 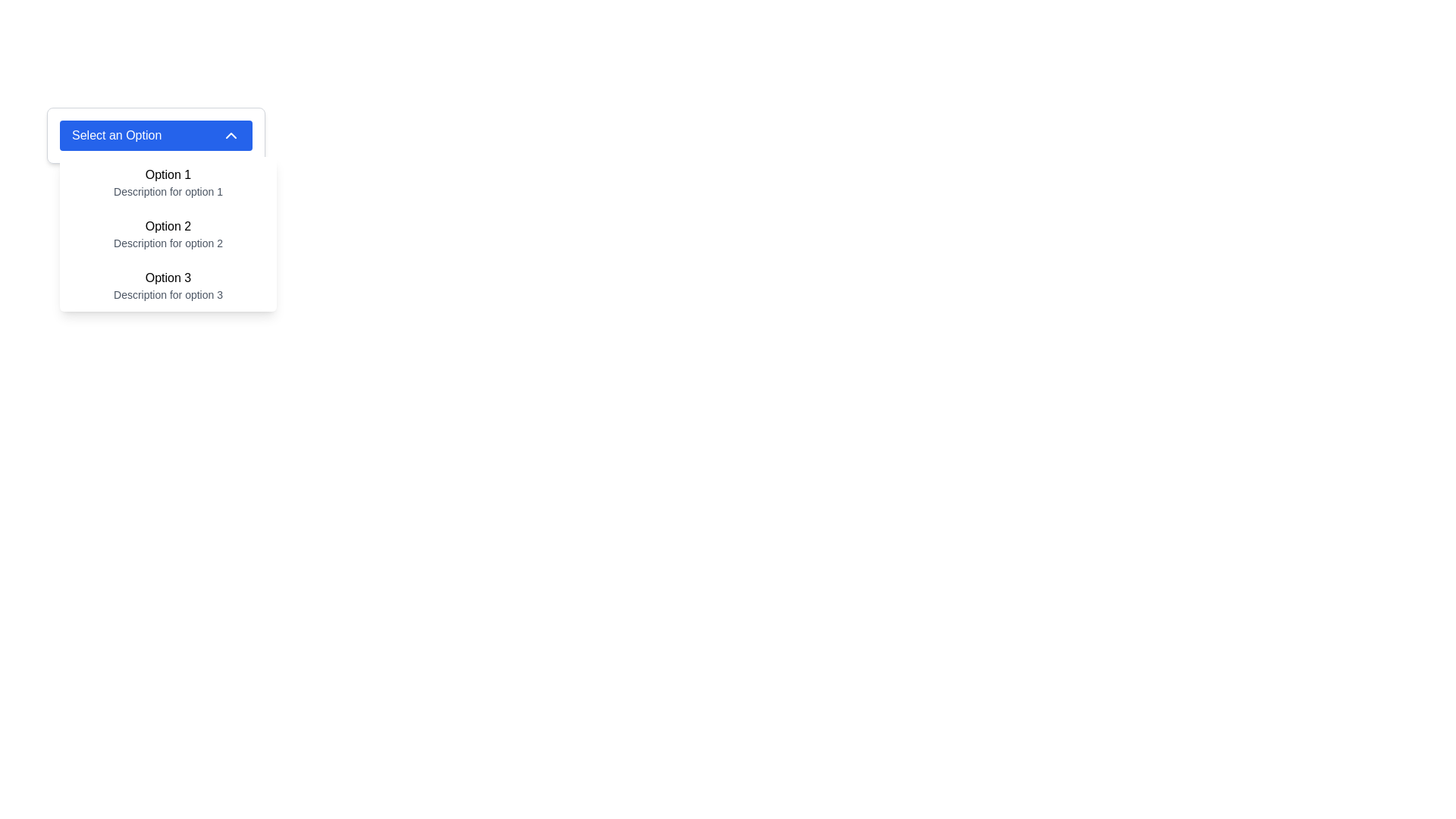 I want to click on the dropdown option labeled 'Option 1', so click(x=168, y=181).